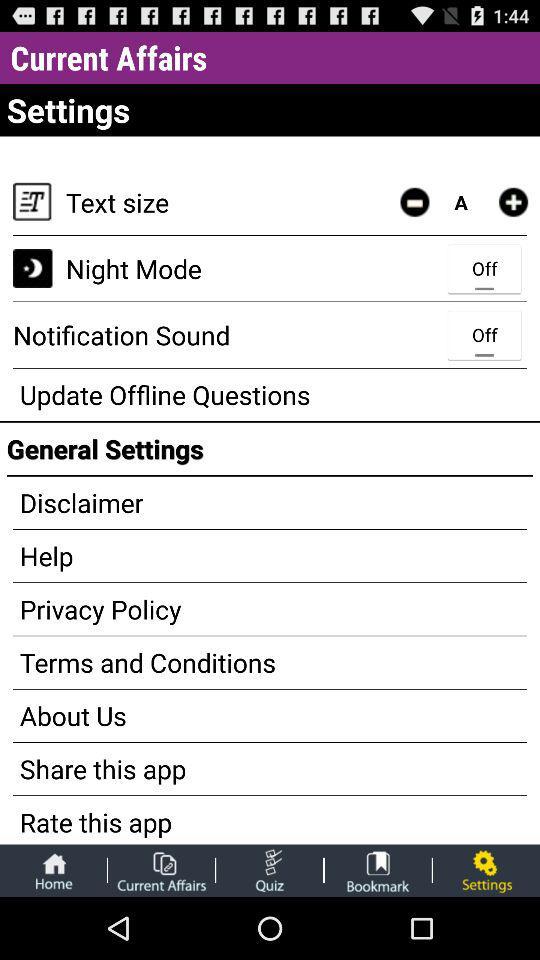 The image size is (540, 960). What do you see at coordinates (378, 869) in the screenshot?
I see `shows bookmarked items` at bounding box center [378, 869].